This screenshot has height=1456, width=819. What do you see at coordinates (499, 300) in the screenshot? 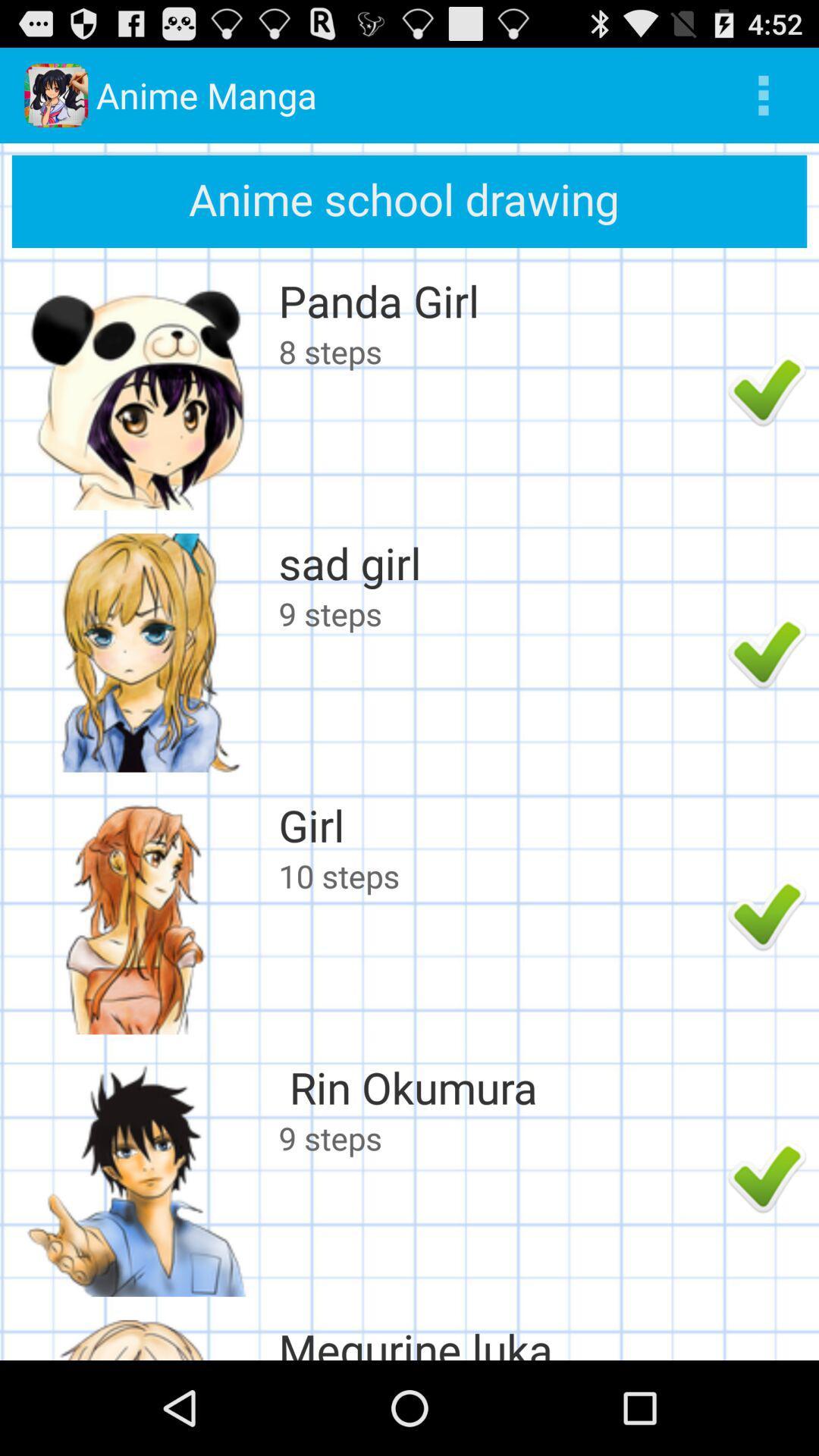
I see `the item above the 8 steps item` at bounding box center [499, 300].